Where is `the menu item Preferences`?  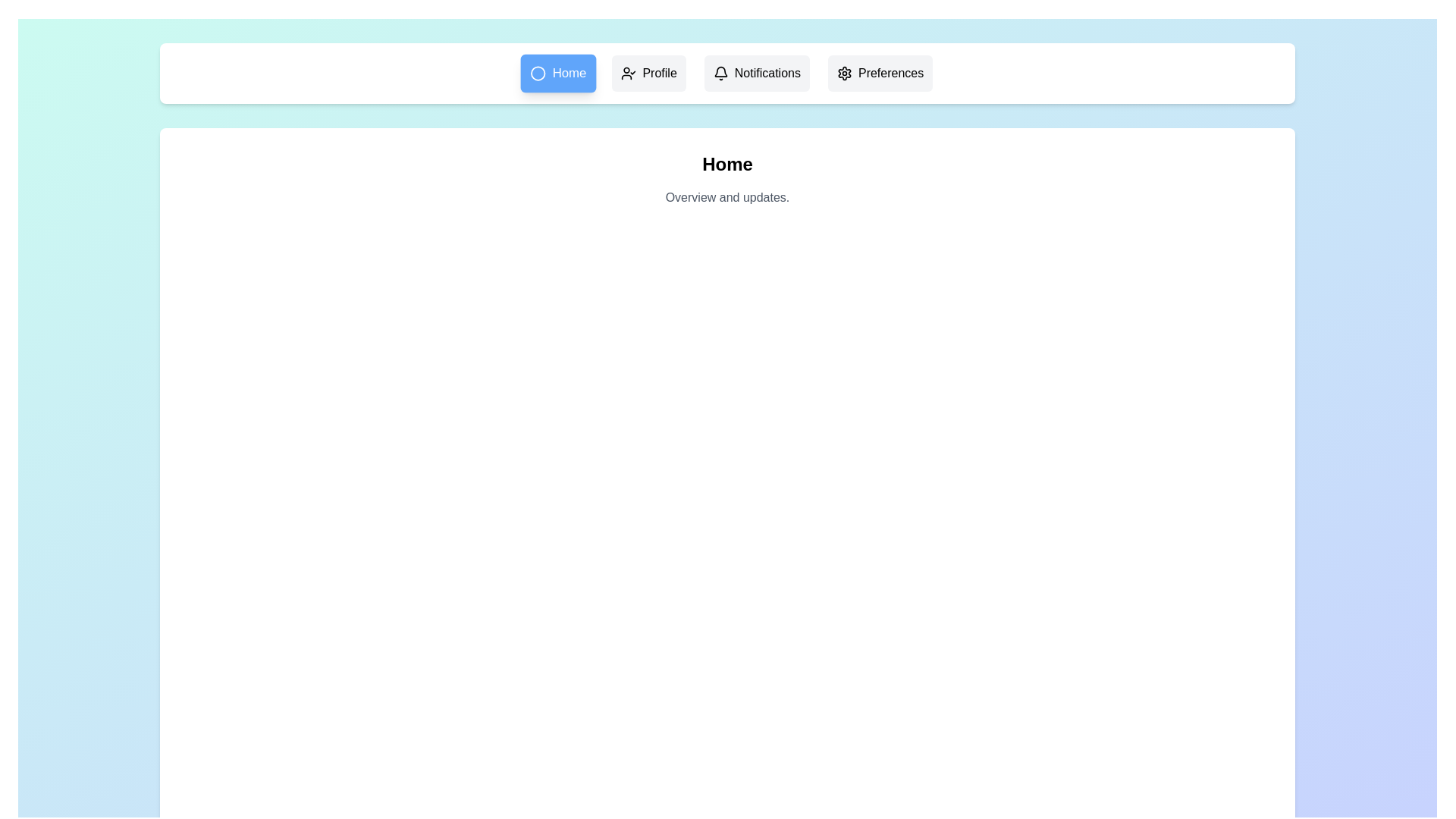 the menu item Preferences is located at coordinates (880, 73).